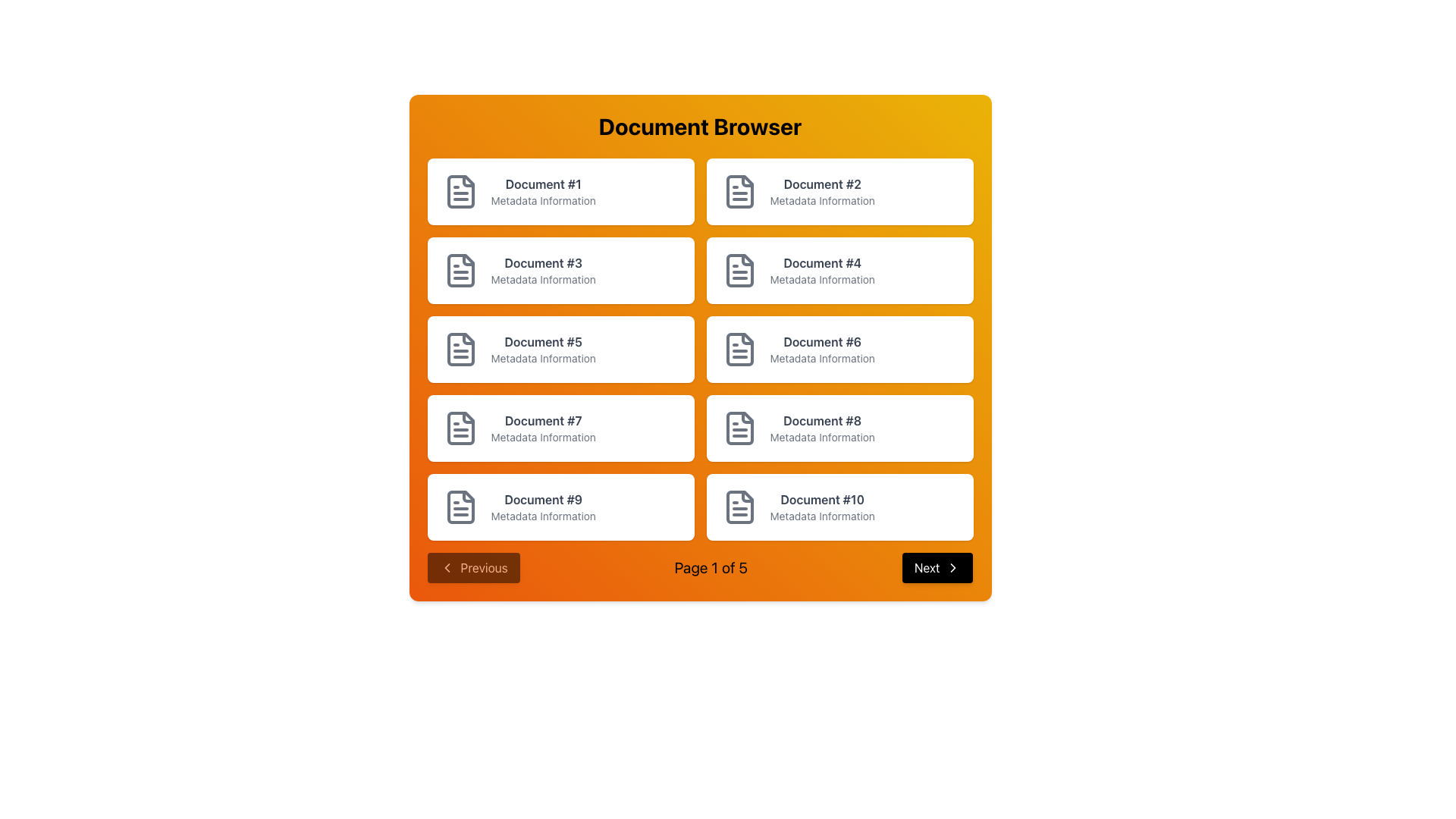  I want to click on the 'Metadata Information' text label located below the 'Document #5' title in the first card of the third row of the grid layout, so click(543, 359).